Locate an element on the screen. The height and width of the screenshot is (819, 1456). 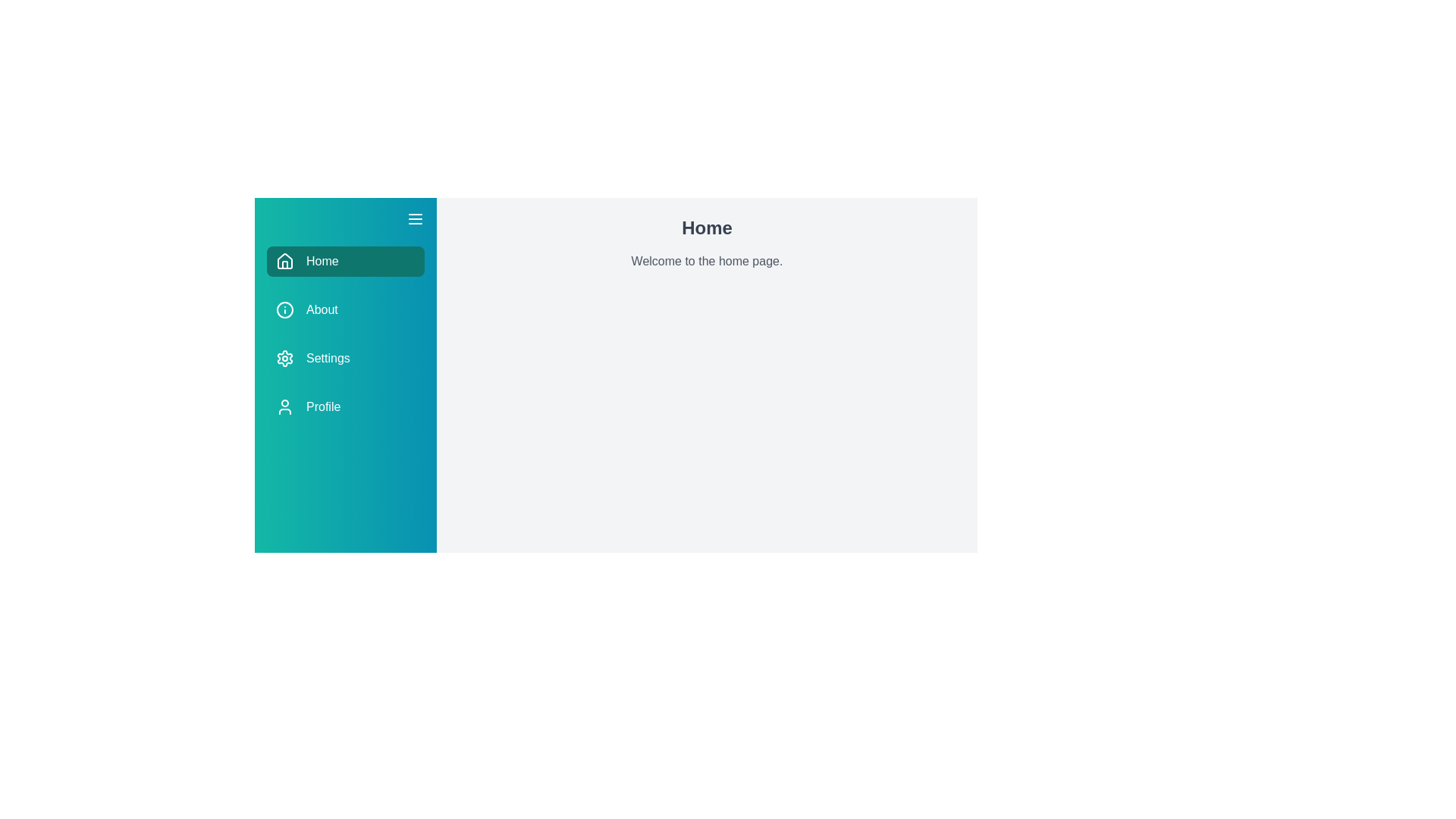
the menu item Settings to trigger its hover effect is located at coordinates (345, 359).